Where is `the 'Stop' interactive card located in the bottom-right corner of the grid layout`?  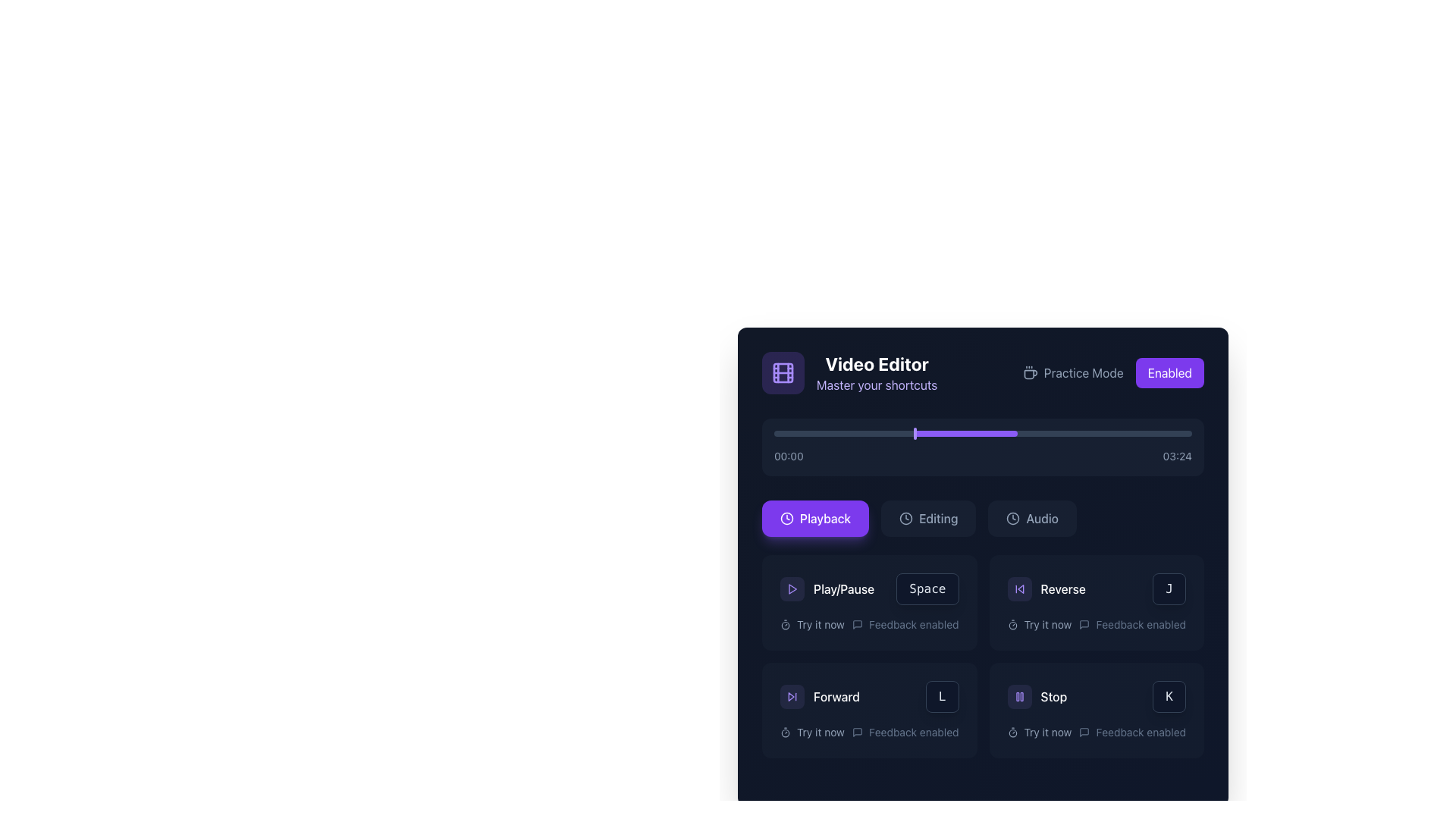 the 'Stop' interactive card located in the bottom-right corner of the grid layout is located at coordinates (1097, 711).